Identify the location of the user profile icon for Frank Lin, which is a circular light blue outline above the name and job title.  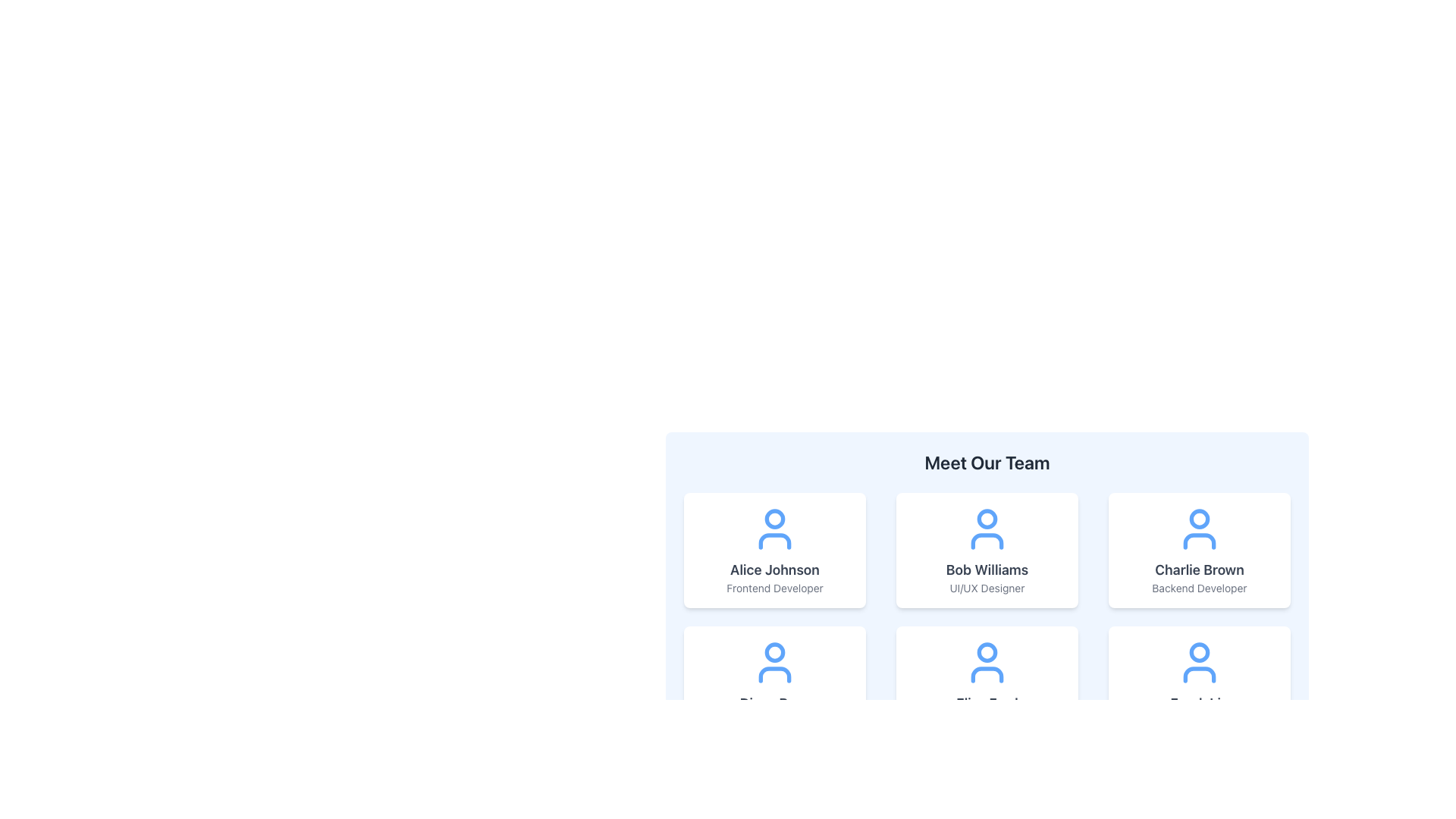
(1199, 662).